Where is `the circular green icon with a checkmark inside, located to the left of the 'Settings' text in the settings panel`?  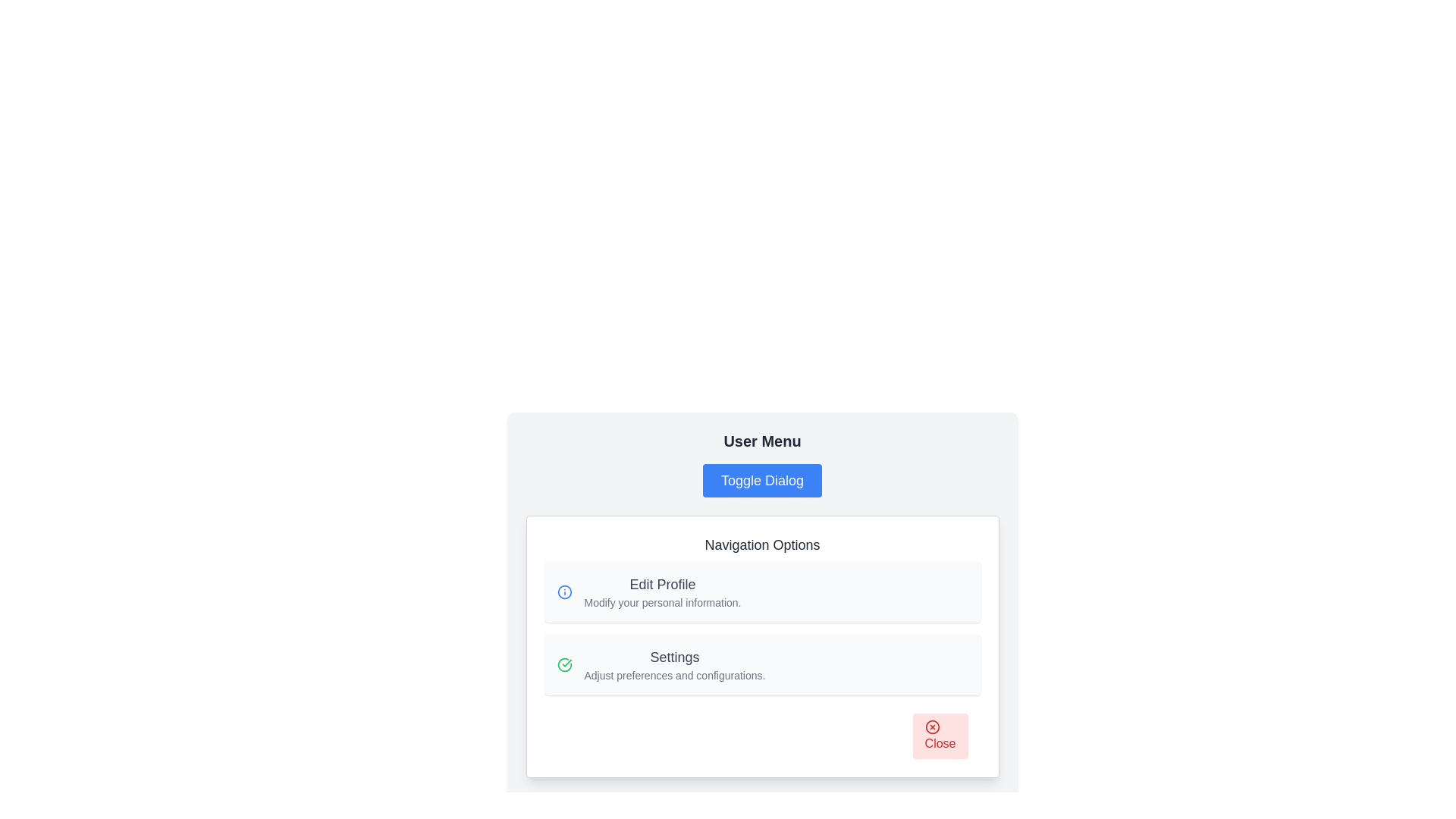 the circular green icon with a checkmark inside, located to the left of the 'Settings' text in the settings panel is located at coordinates (563, 664).